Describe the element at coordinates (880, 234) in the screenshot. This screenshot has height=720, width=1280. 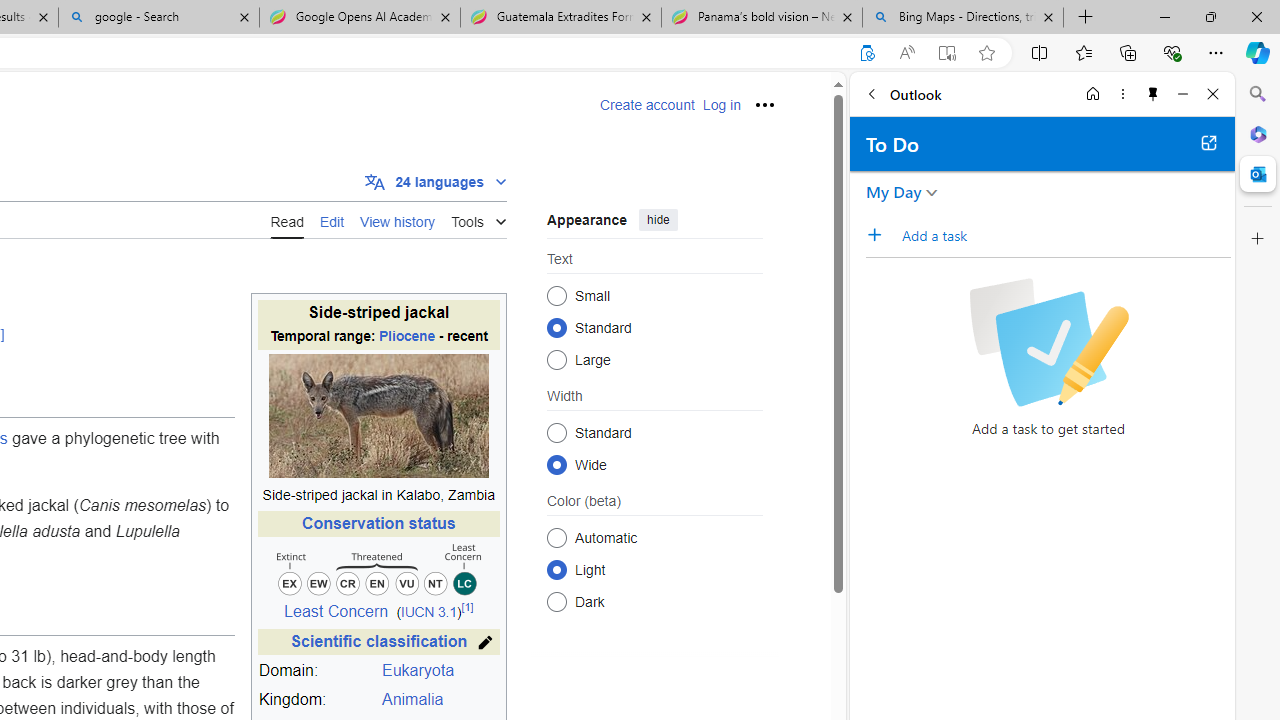
I see `'Add a task'` at that location.